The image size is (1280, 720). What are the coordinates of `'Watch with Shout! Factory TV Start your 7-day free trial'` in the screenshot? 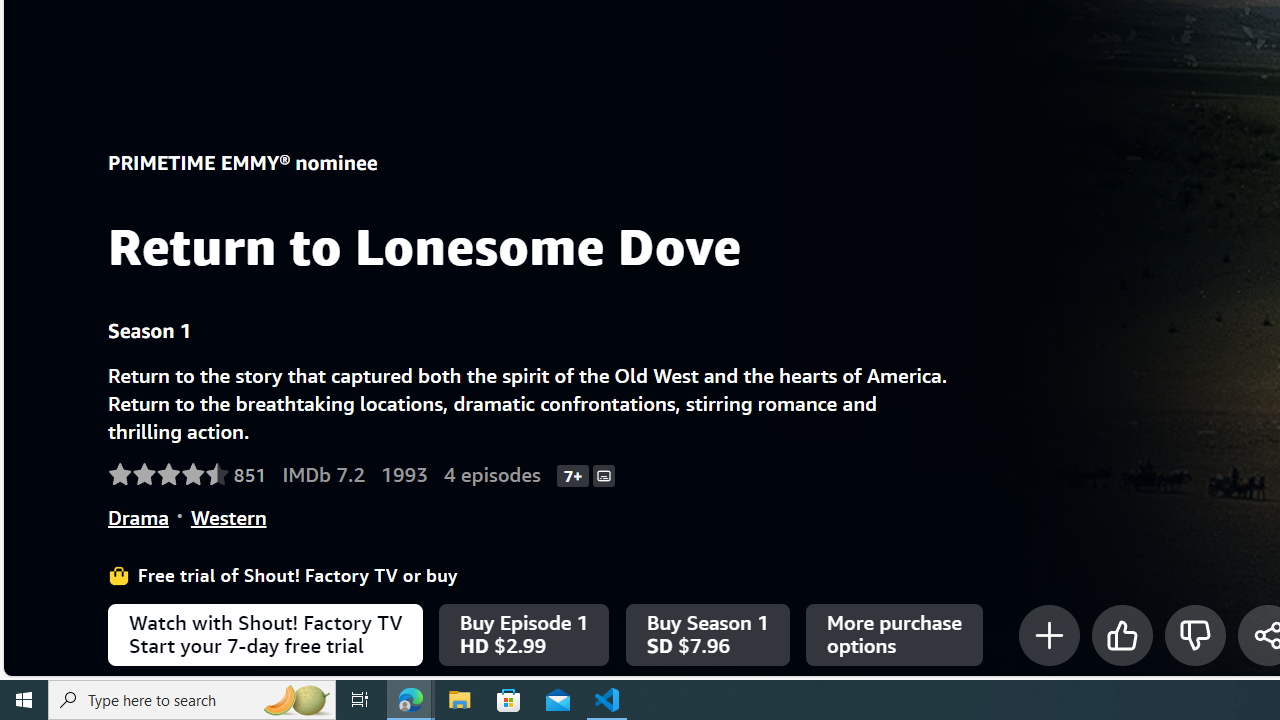 It's located at (264, 635).